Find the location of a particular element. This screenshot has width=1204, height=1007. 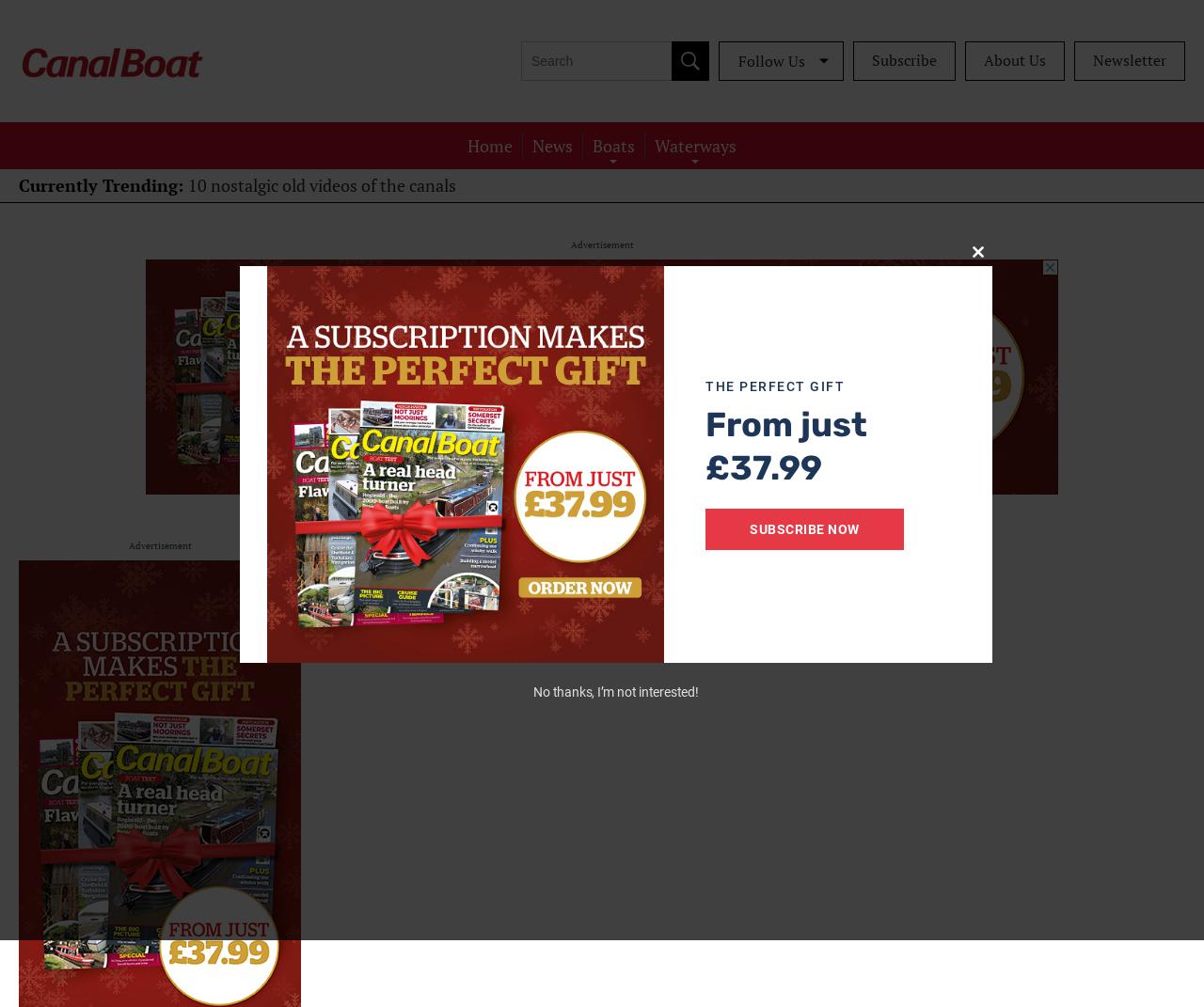

'News' is located at coordinates (551, 144).